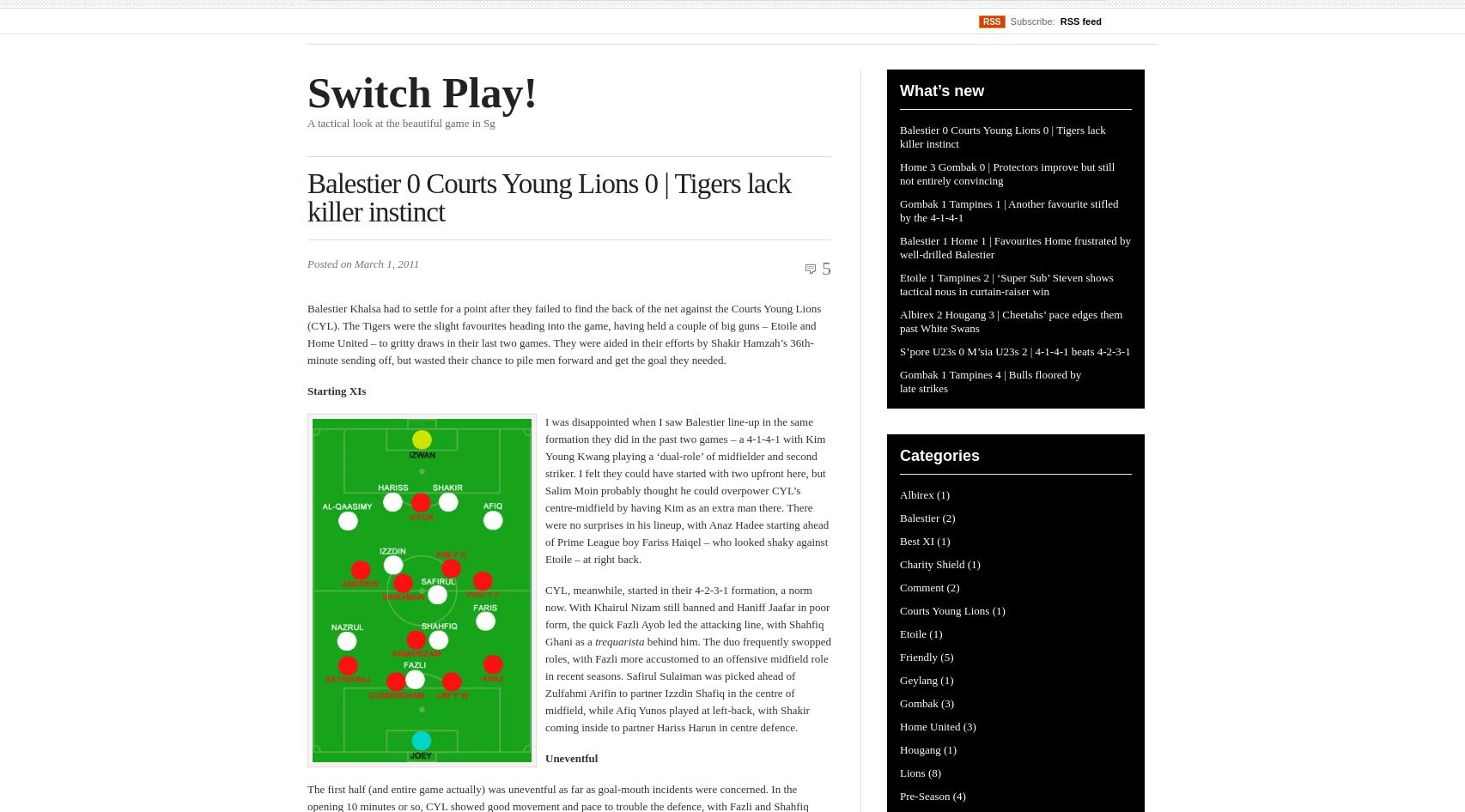 This screenshot has width=1465, height=812. Describe the element at coordinates (899, 680) in the screenshot. I see `'Geylang'` at that location.